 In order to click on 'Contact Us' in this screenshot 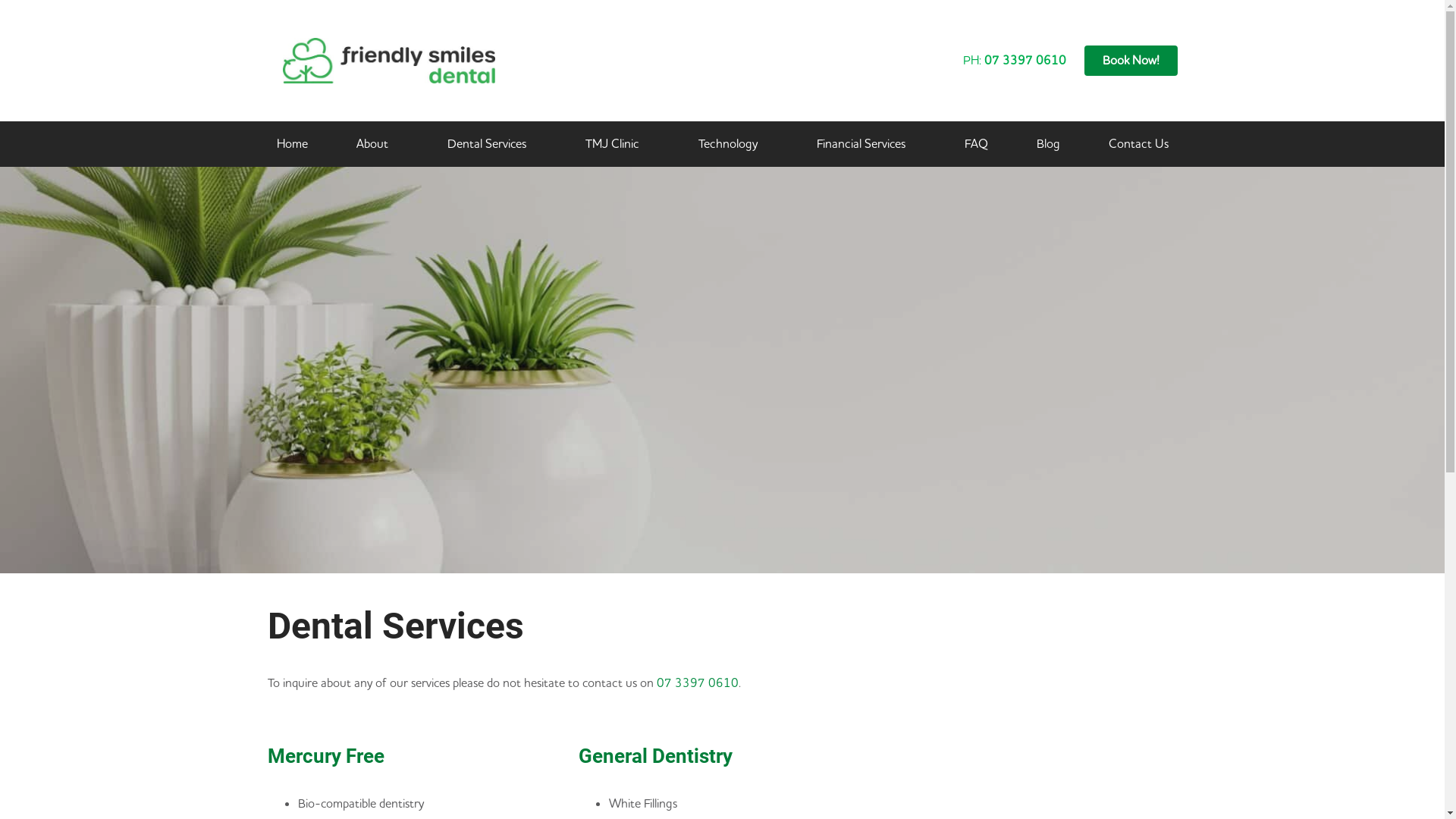, I will do `click(1138, 143)`.